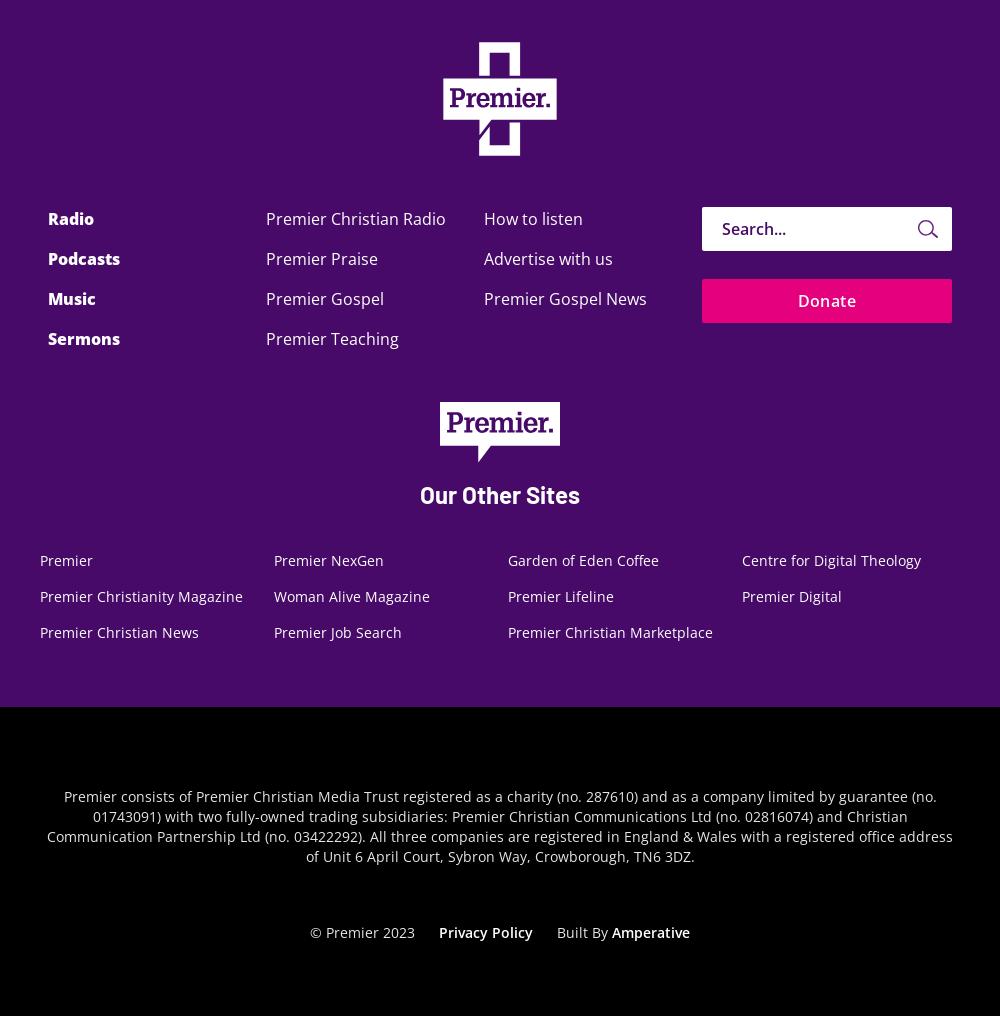 Image resolution: width=1000 pixels, height=1016 pixels. What do you see at coordinates (328, 559) in the screenshot?
I see `'Premier NexGen'` at bounding box center [328, 559].